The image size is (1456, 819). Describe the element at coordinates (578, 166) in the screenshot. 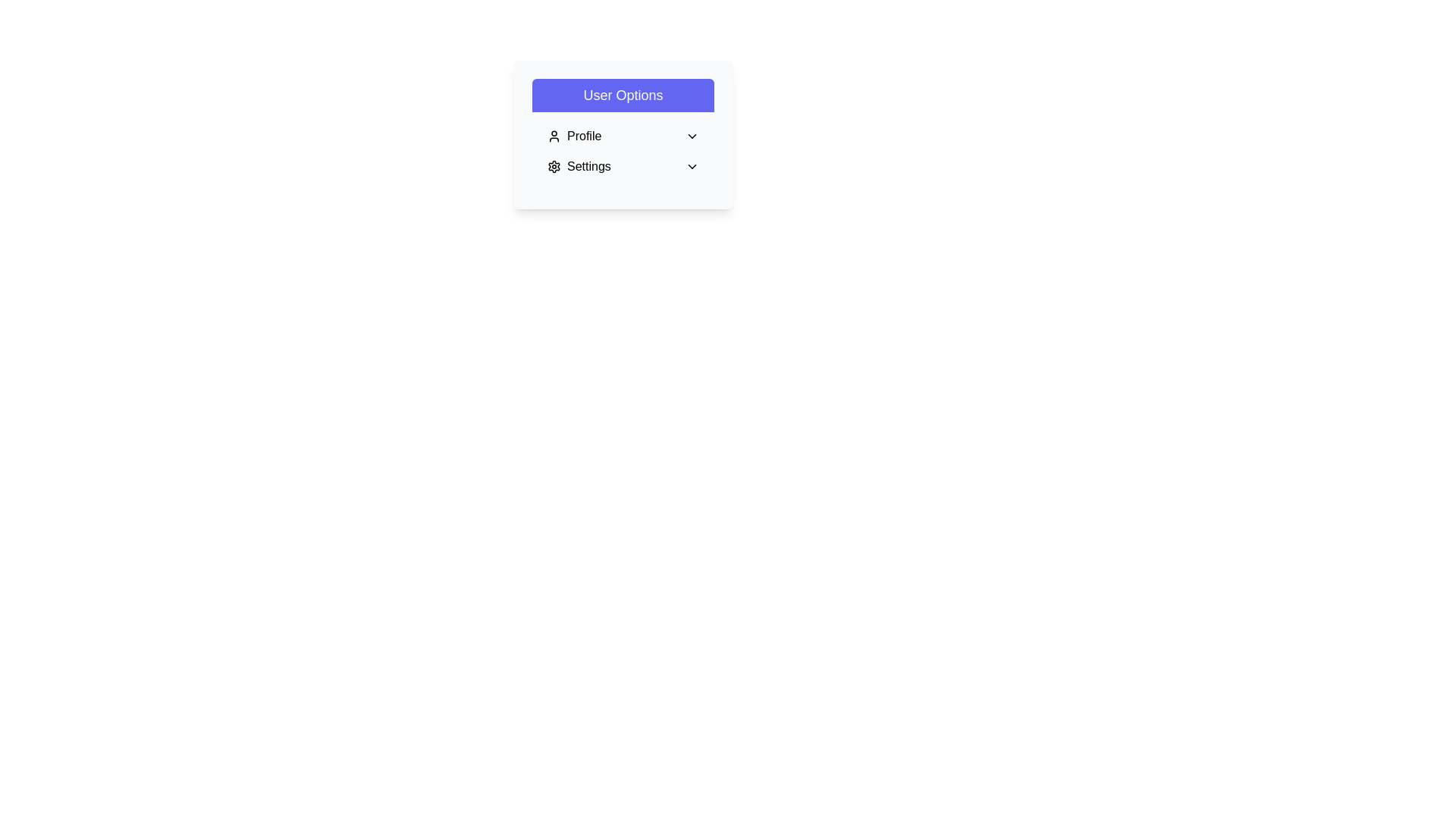

I see `the 'Settings' menu item, which is a combination of a gear icon and the text 'Settings', located in the 'User Options' menu beneath 'Profile'` at that location.